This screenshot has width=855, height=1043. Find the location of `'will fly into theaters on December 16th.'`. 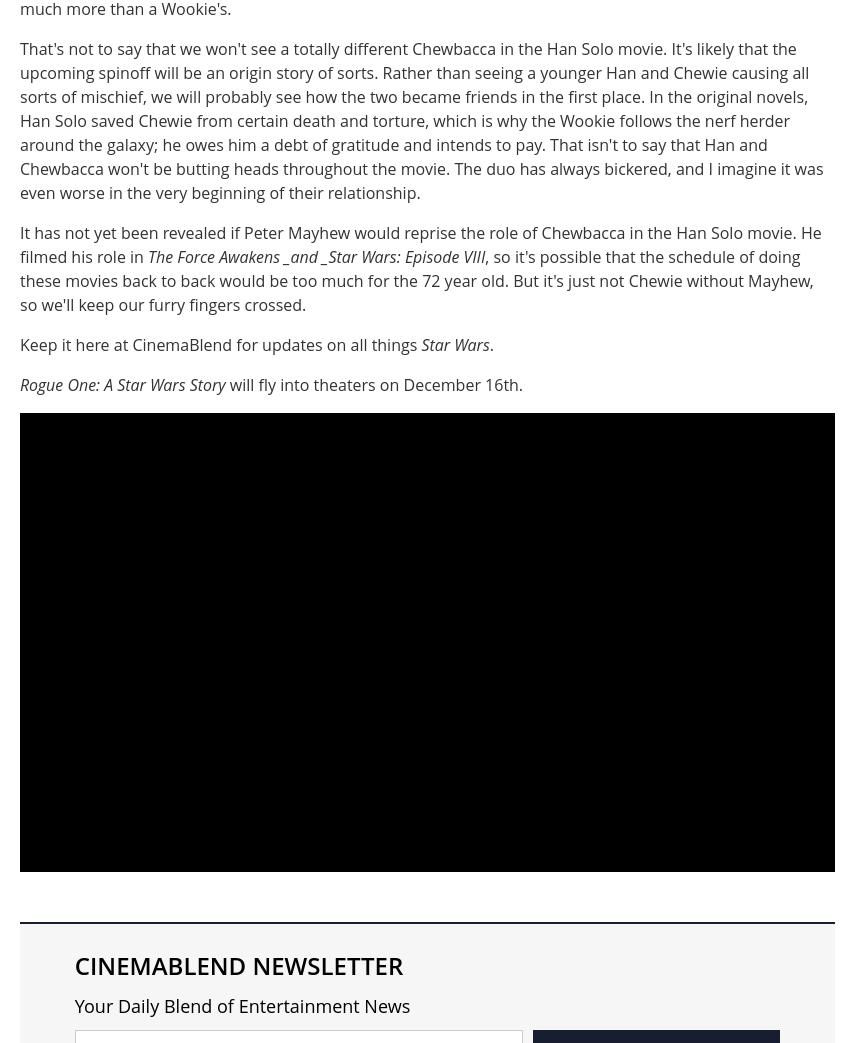

'will fly into theaters on December 16th.' is located at coordinates (372, 384).